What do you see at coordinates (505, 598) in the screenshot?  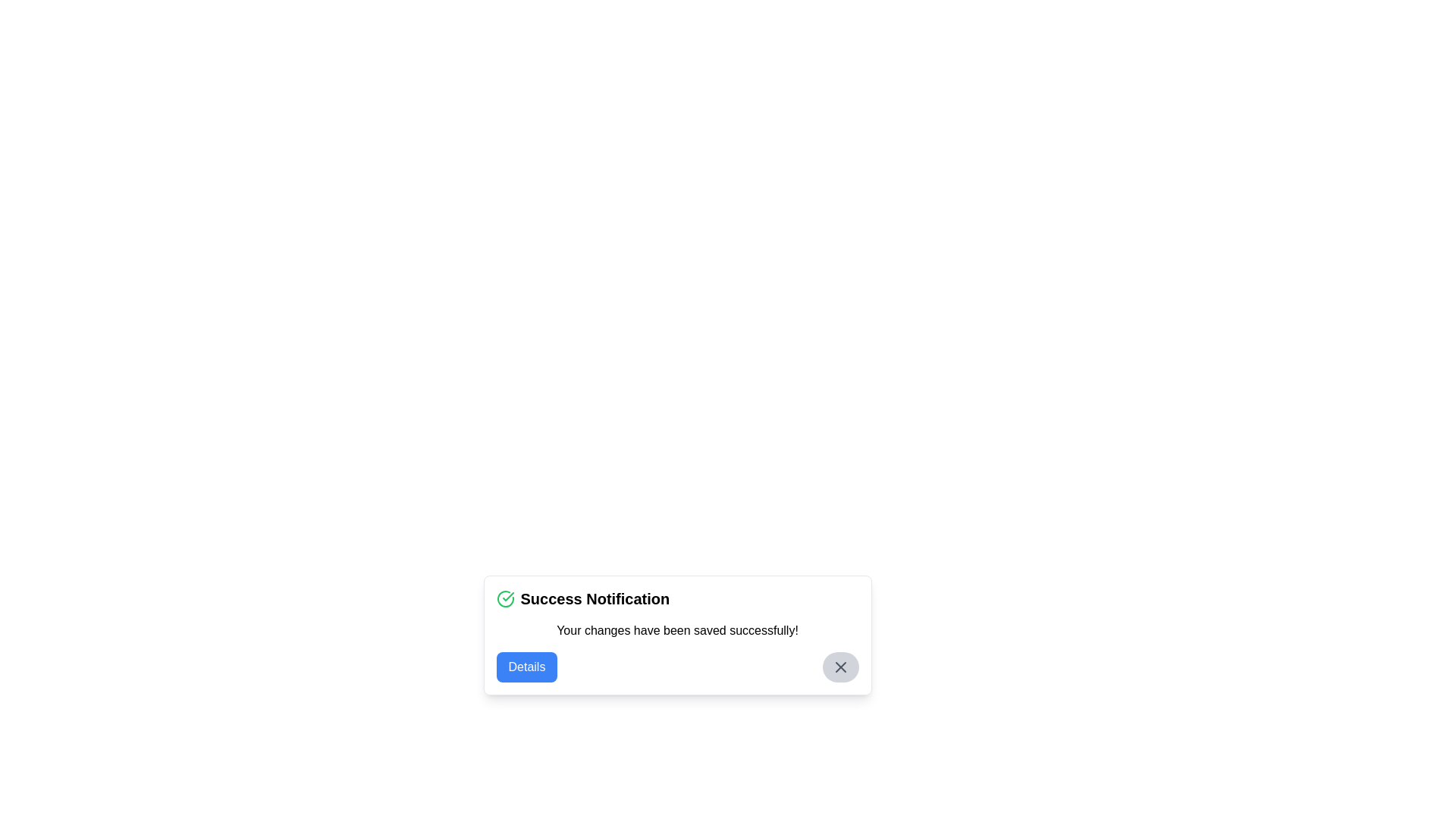 I see `the confirmation icon located in the top-left of the notification modal, which serves as a visual confirmation of success` at bounding box center [505, 598].